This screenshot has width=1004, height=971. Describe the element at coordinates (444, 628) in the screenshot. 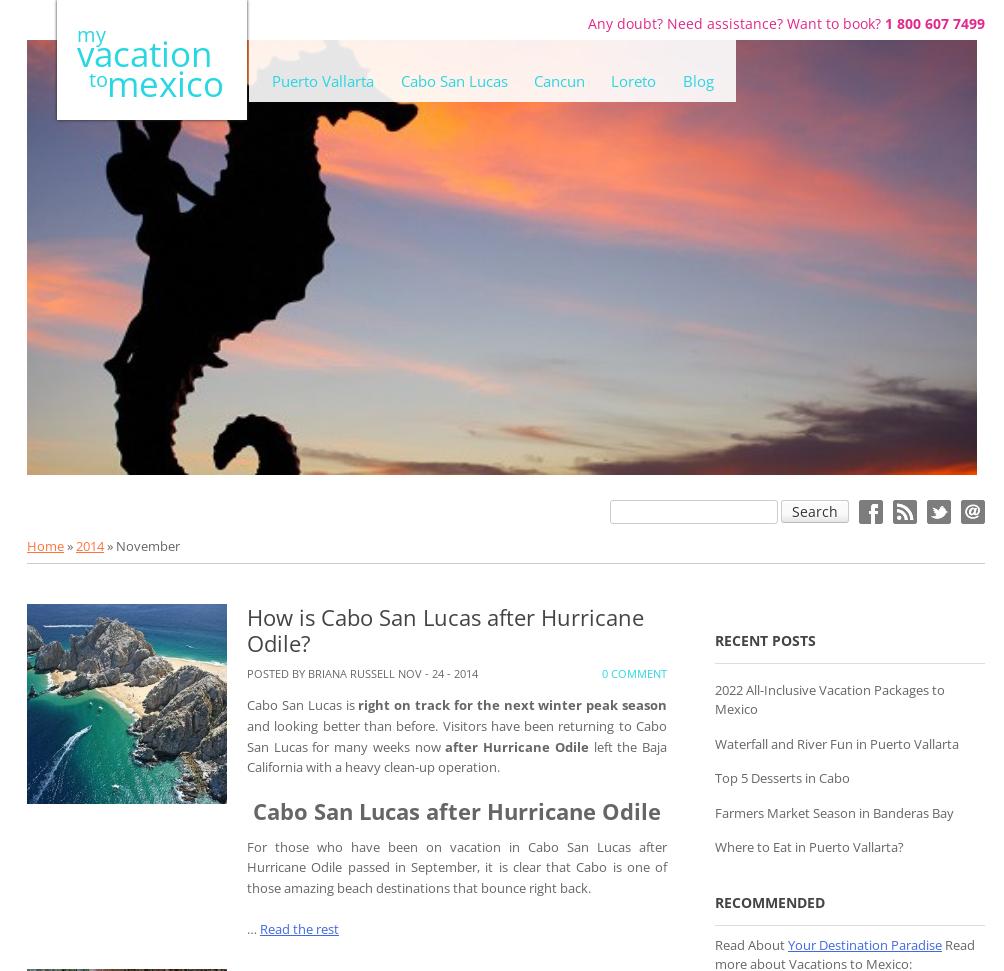

I see `'How is Cabo San Lucas after Hurricane Odile?'` at that location.